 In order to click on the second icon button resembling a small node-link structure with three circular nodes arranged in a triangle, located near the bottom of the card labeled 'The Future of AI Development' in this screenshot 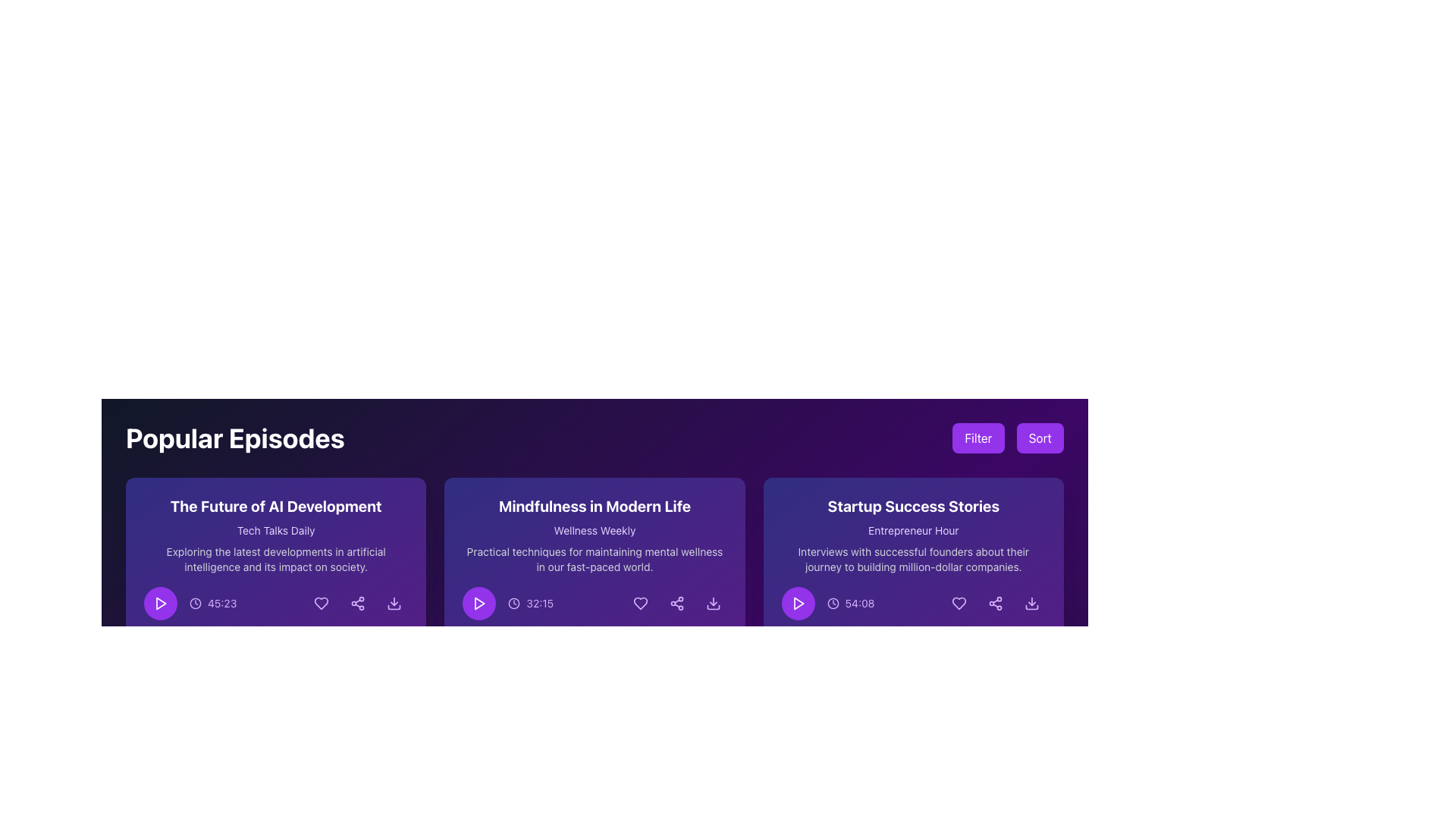, I will do `click(357, 602)`.